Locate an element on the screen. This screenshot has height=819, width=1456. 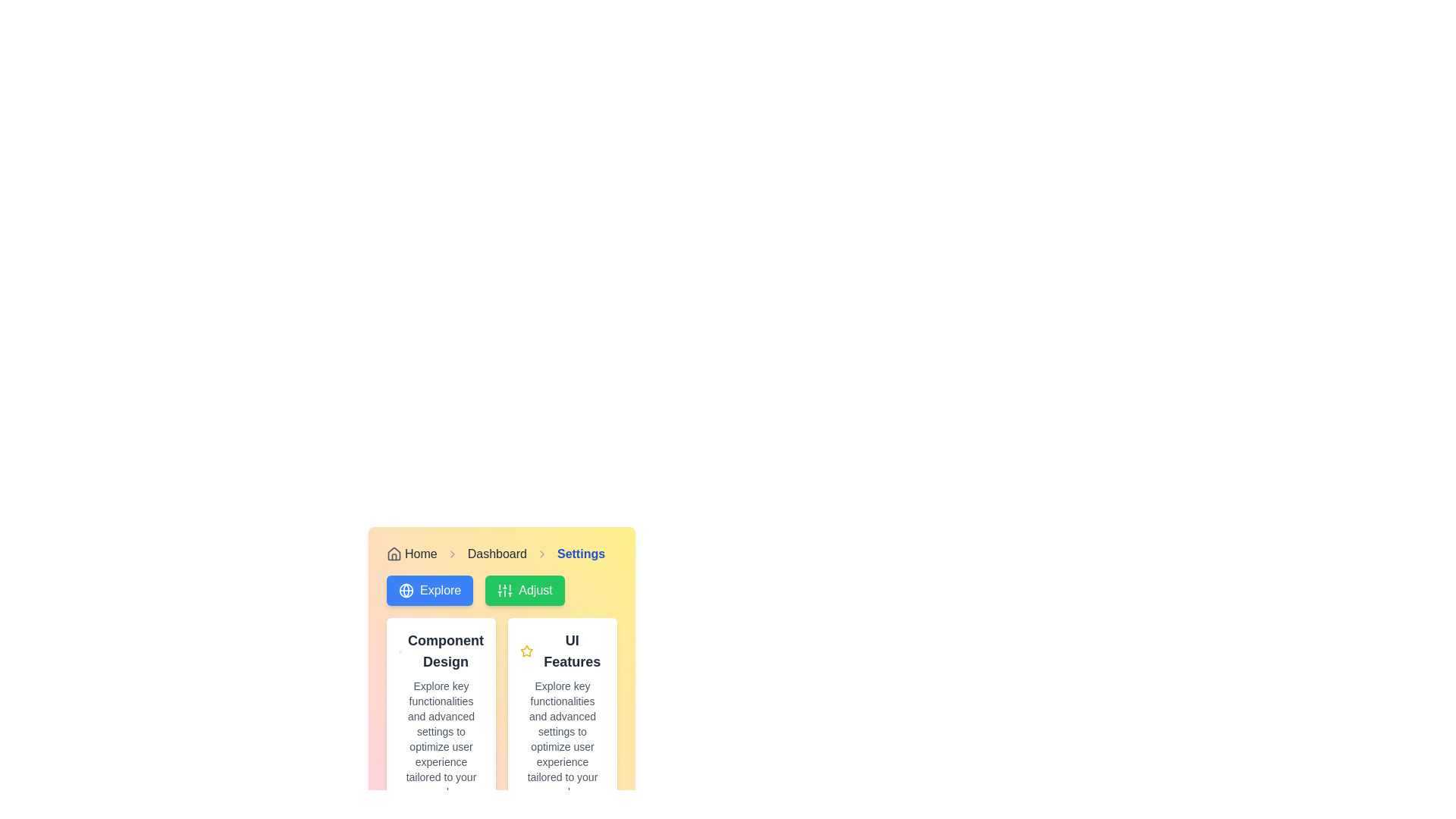
the 'Component Design' text label in the first card, which is styled in a large, bold dark gray font and located at the top of the card next to a yellow star icon is located at coordinates (440, 651).